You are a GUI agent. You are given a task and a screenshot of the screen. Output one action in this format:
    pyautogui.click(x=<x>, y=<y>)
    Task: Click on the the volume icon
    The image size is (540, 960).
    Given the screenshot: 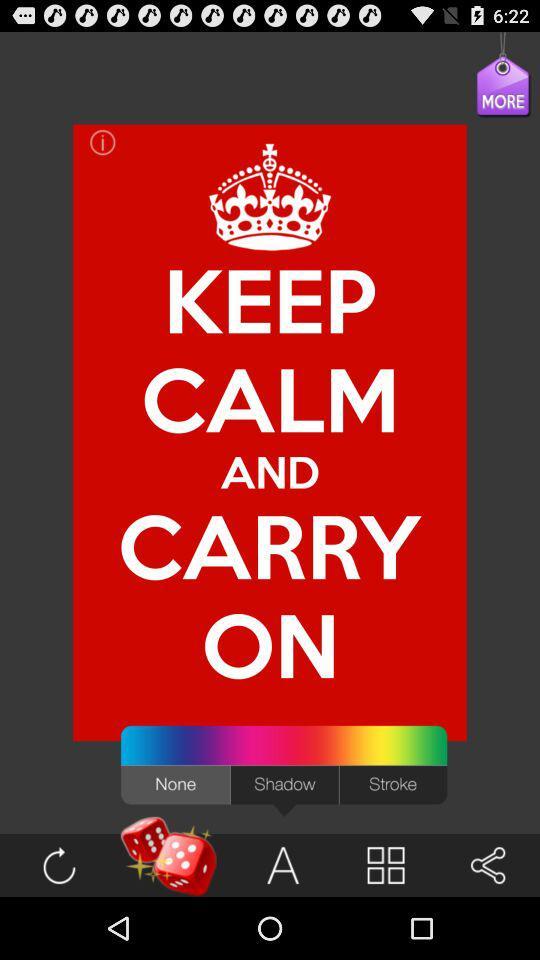 What is the action you would take?
    pyautogui.click(x=487, y=926)
    